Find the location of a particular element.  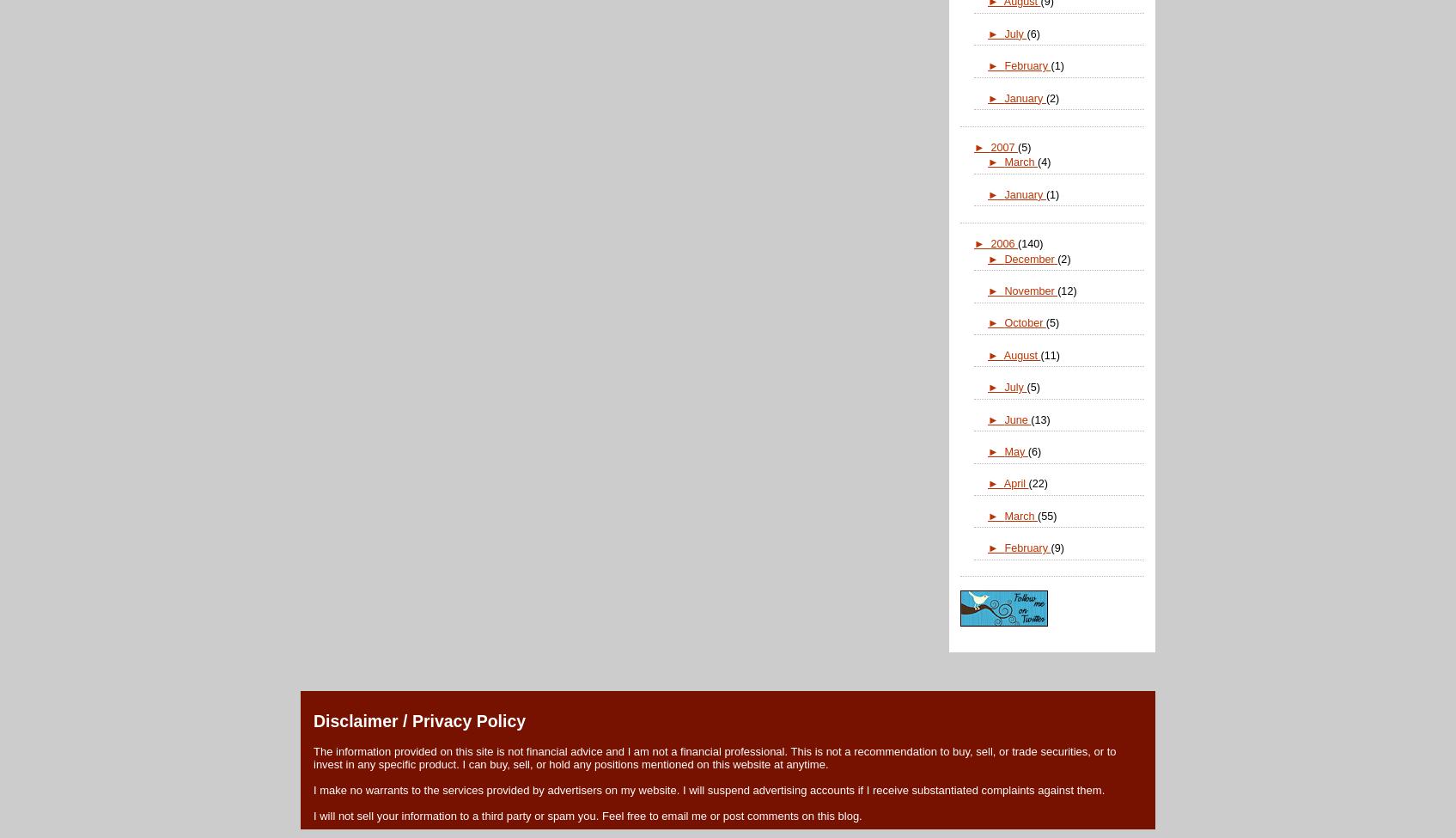

'June' is located at coordinates (1003, 419).